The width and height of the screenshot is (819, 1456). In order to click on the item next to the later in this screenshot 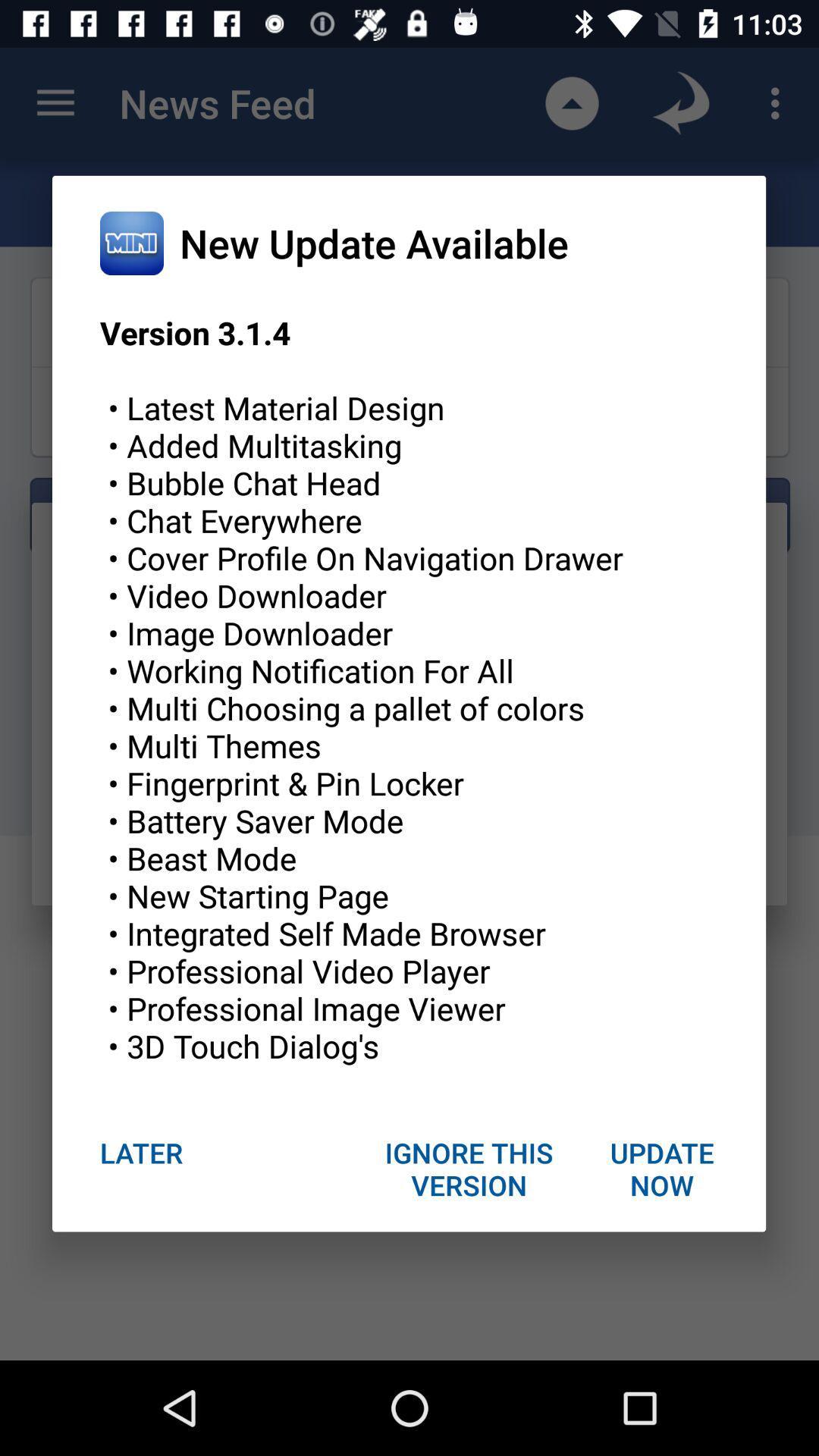, I will do `click(469, 1168)`.